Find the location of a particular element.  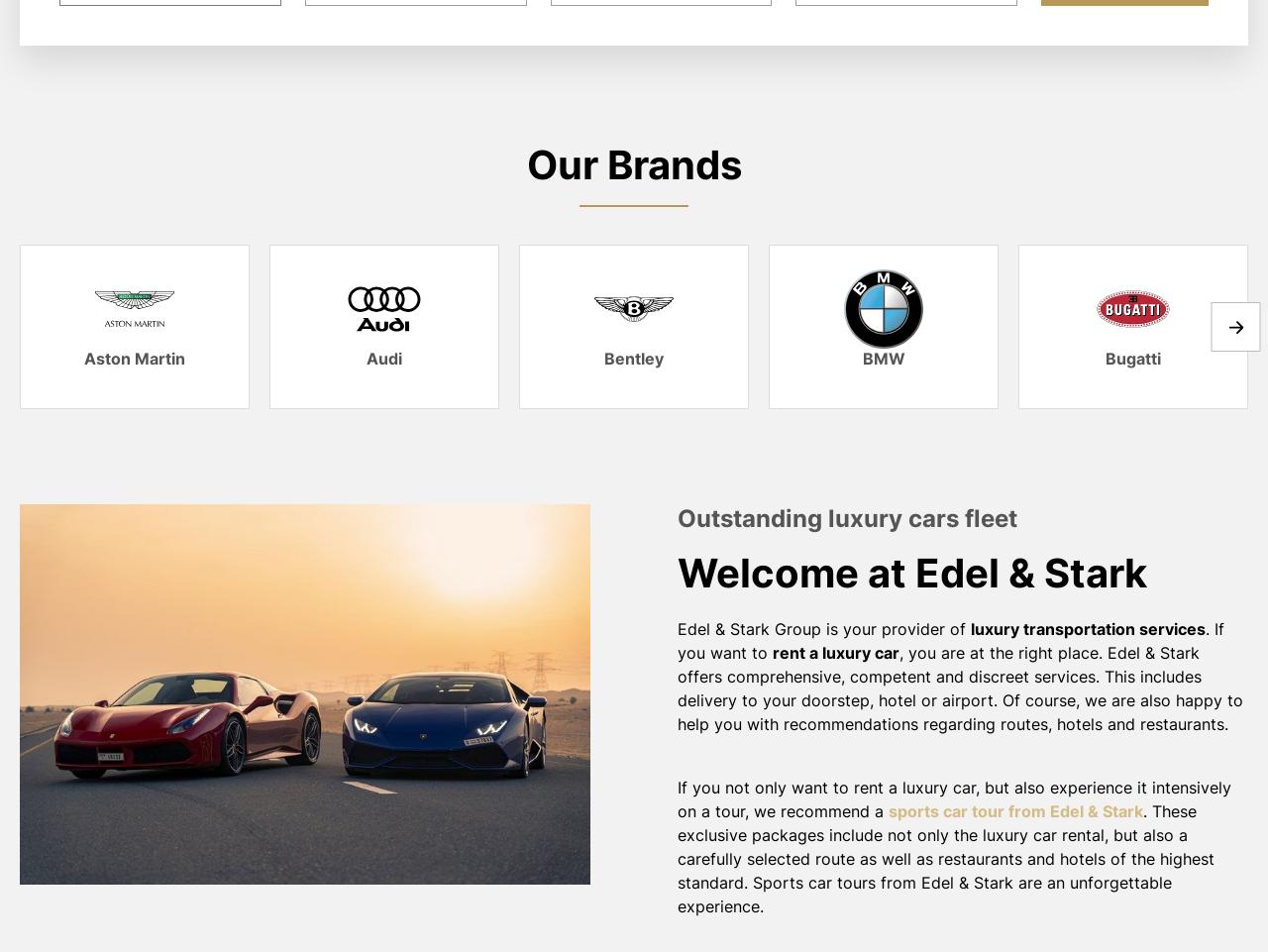

'Outstanding luxury cars fleet' is located at coordinates (678, 518).